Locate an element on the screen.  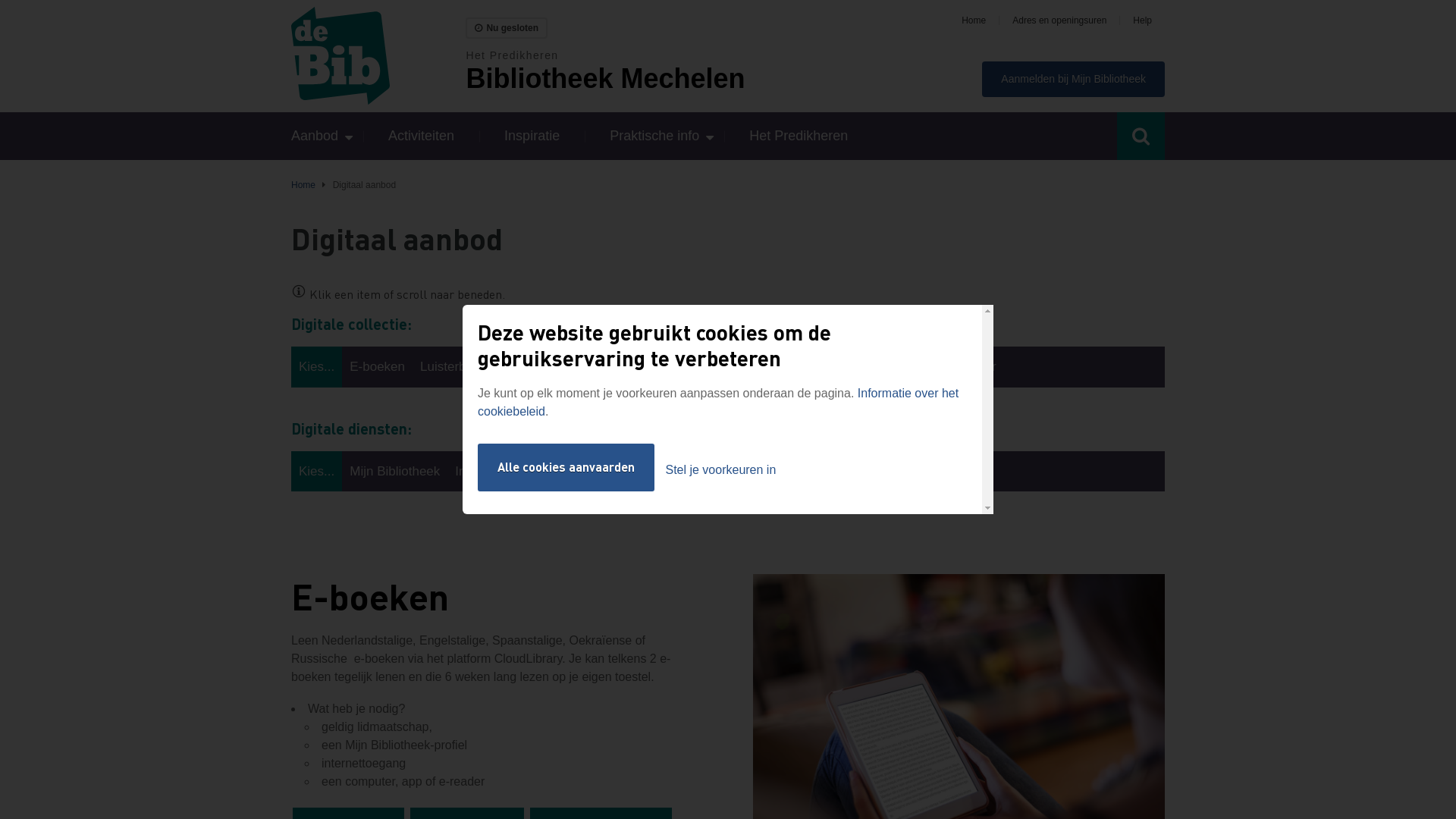
'Luisterboeken (CD)' is located at coordinates (475, 366).